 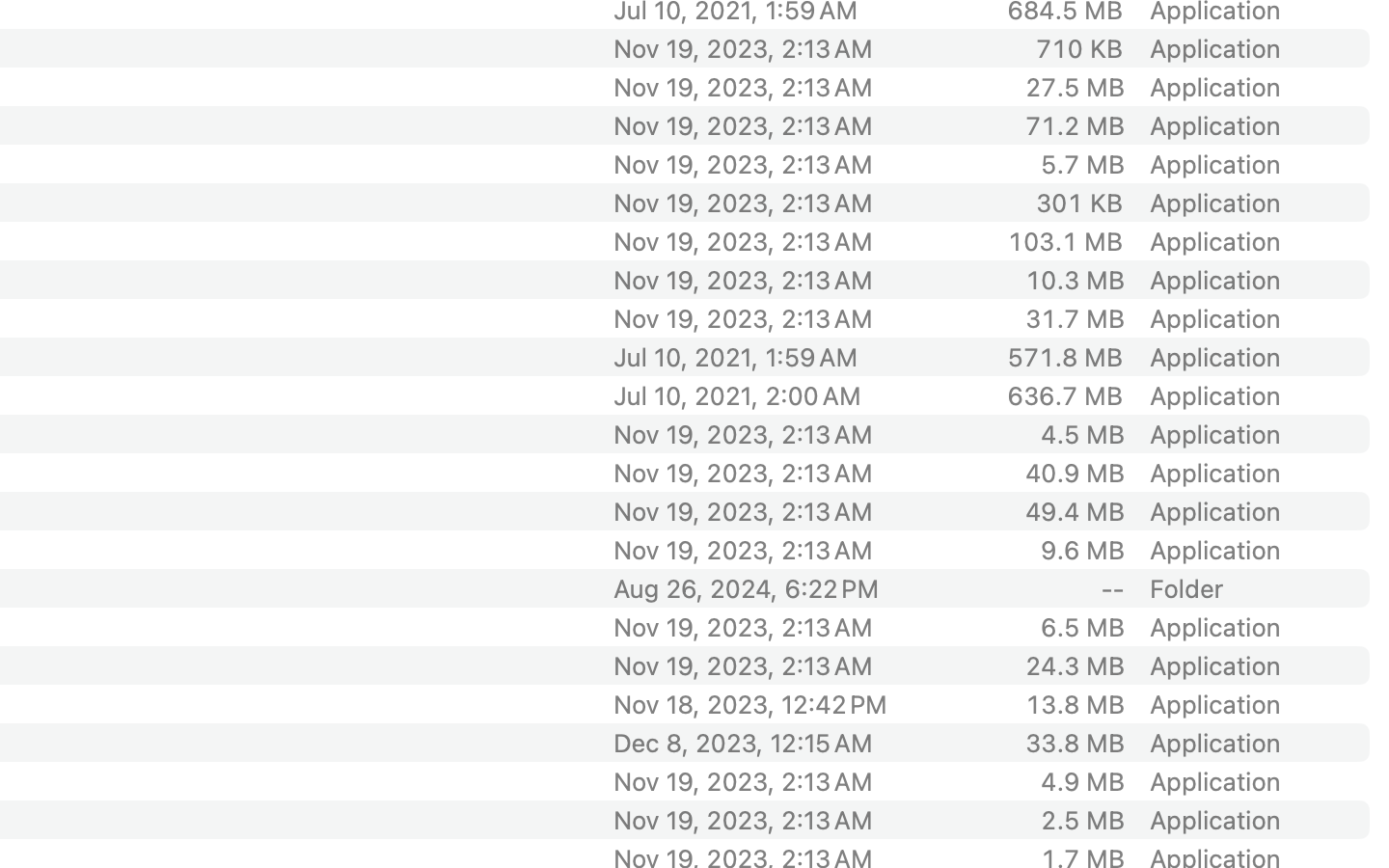 I want to click on '2.5 MB', so click(x=1081, y=819).